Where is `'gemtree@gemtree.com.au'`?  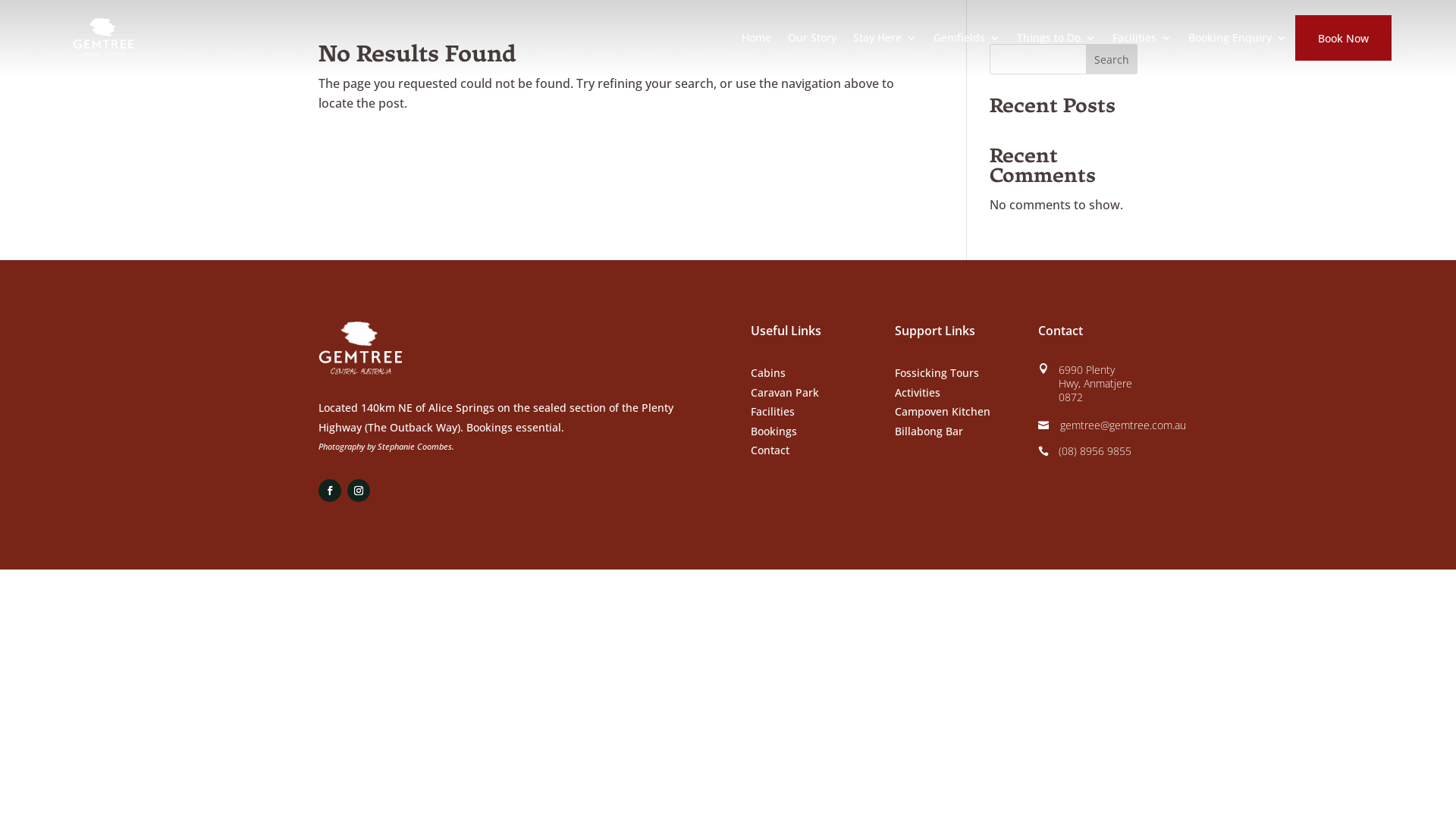 'gemtree@gemtree.com.au' is located at coordinates (1123, 425).